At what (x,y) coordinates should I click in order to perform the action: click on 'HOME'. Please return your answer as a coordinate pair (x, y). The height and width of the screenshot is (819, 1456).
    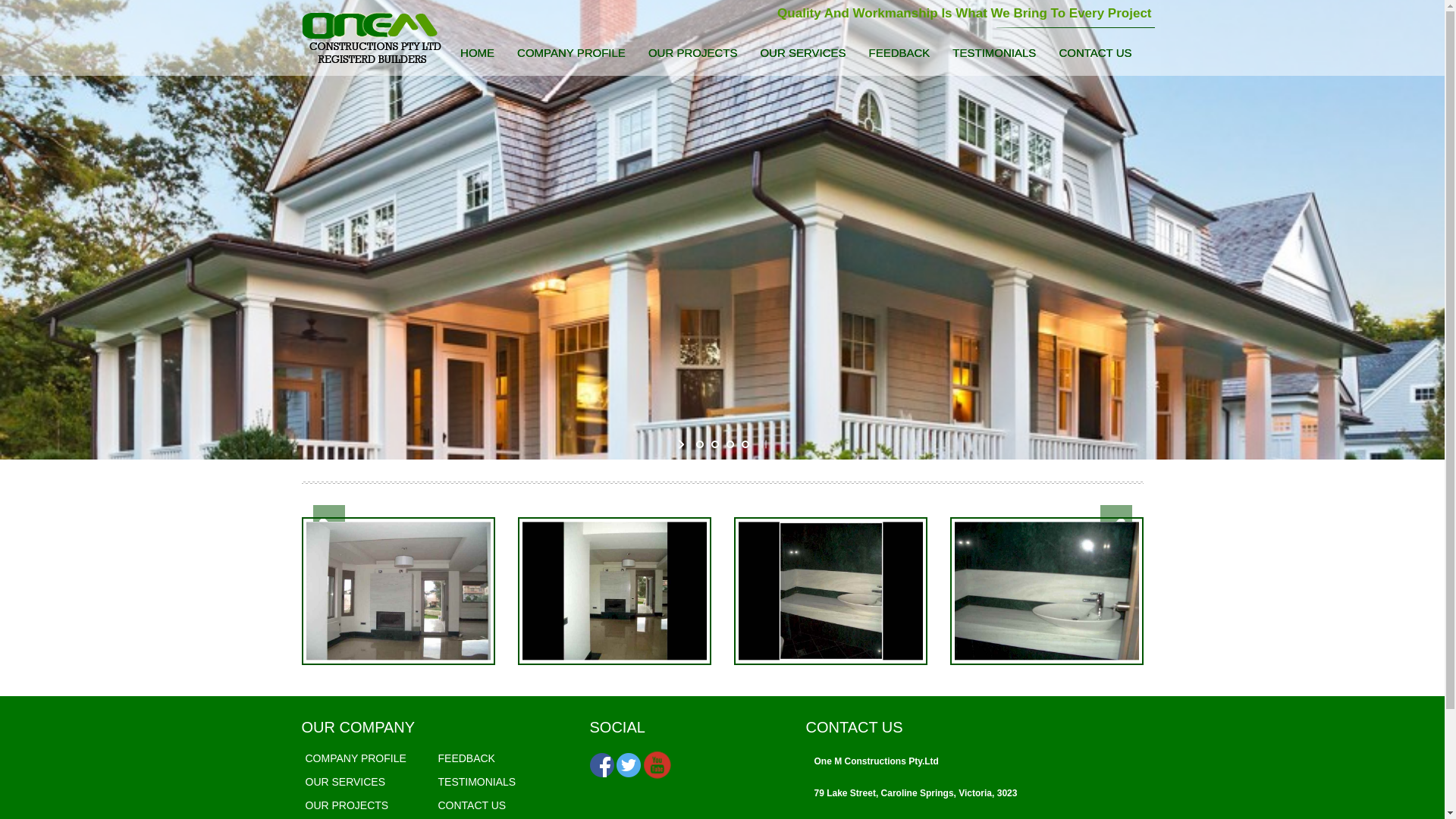
    Looking at the image, I should click on (476, 55).